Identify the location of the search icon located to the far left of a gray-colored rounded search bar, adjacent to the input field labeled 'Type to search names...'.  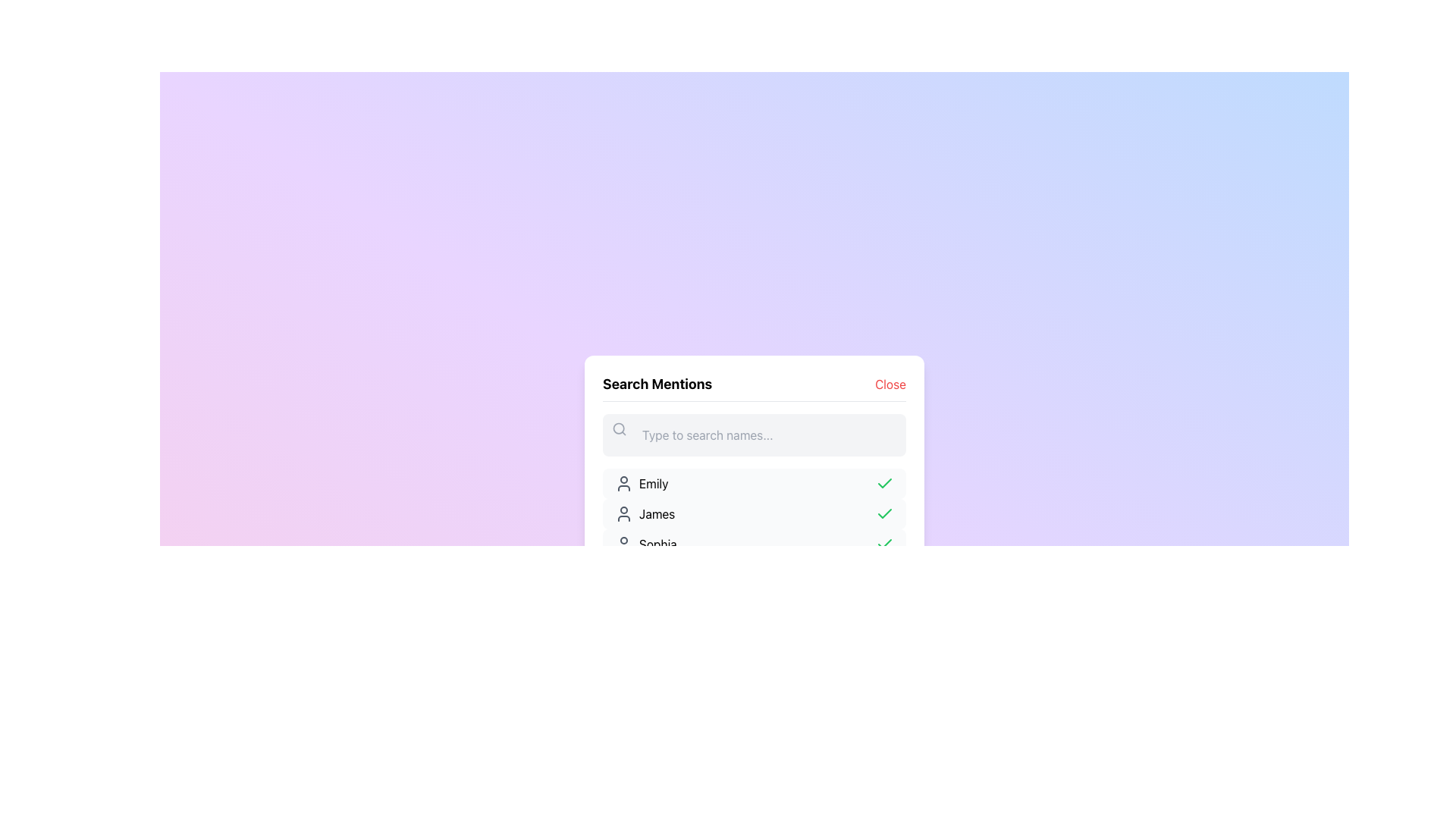
(619, 428).